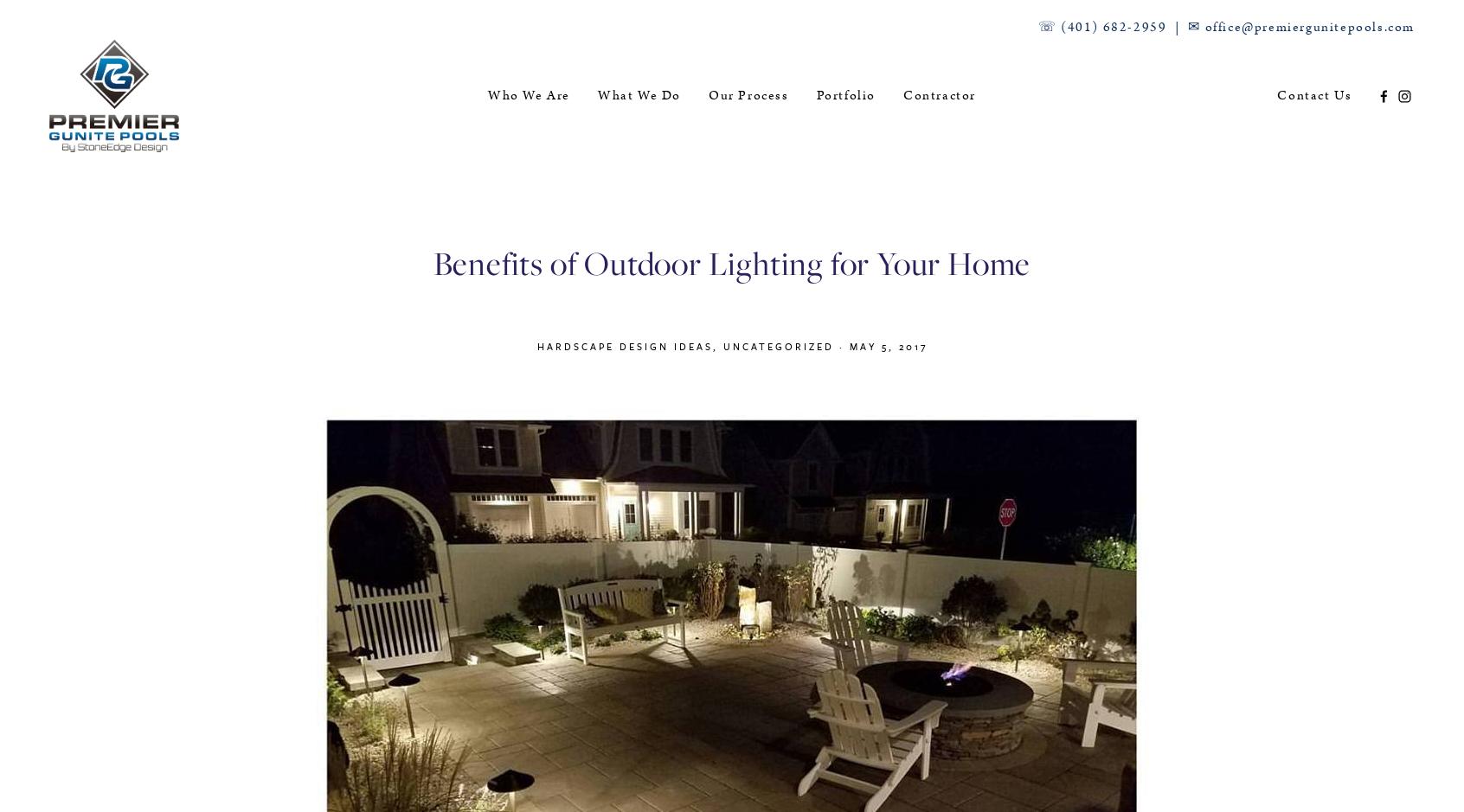 The image size is (1464, 812). Describe the element at coordinates (717, 345) in the screenshot. I see `','` at that location.